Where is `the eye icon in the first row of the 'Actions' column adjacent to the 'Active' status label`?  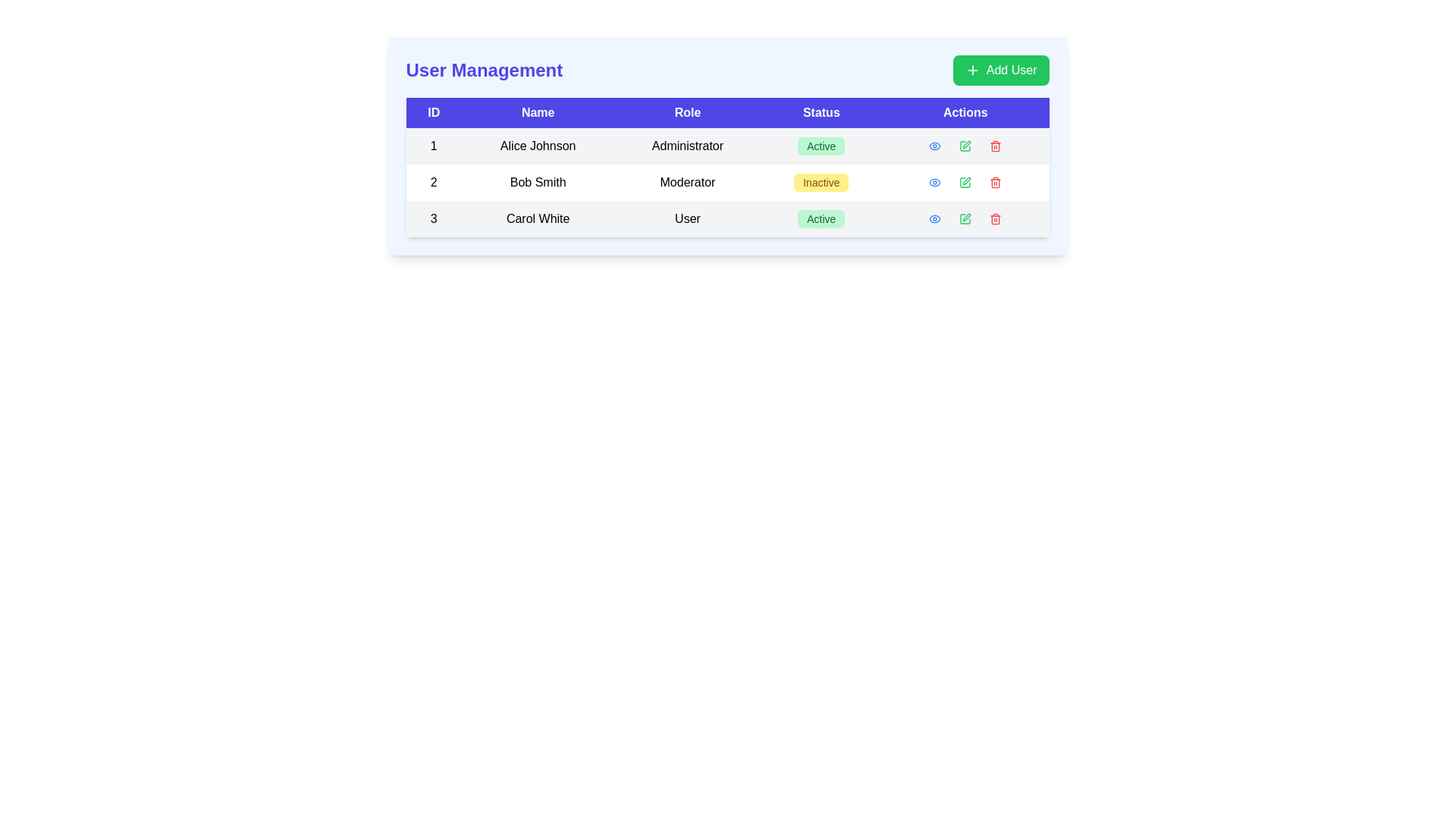 the eye icon in the first row of the 'Actions' column adjacent to the 'Active' status label is located at coordinates (934, 146).